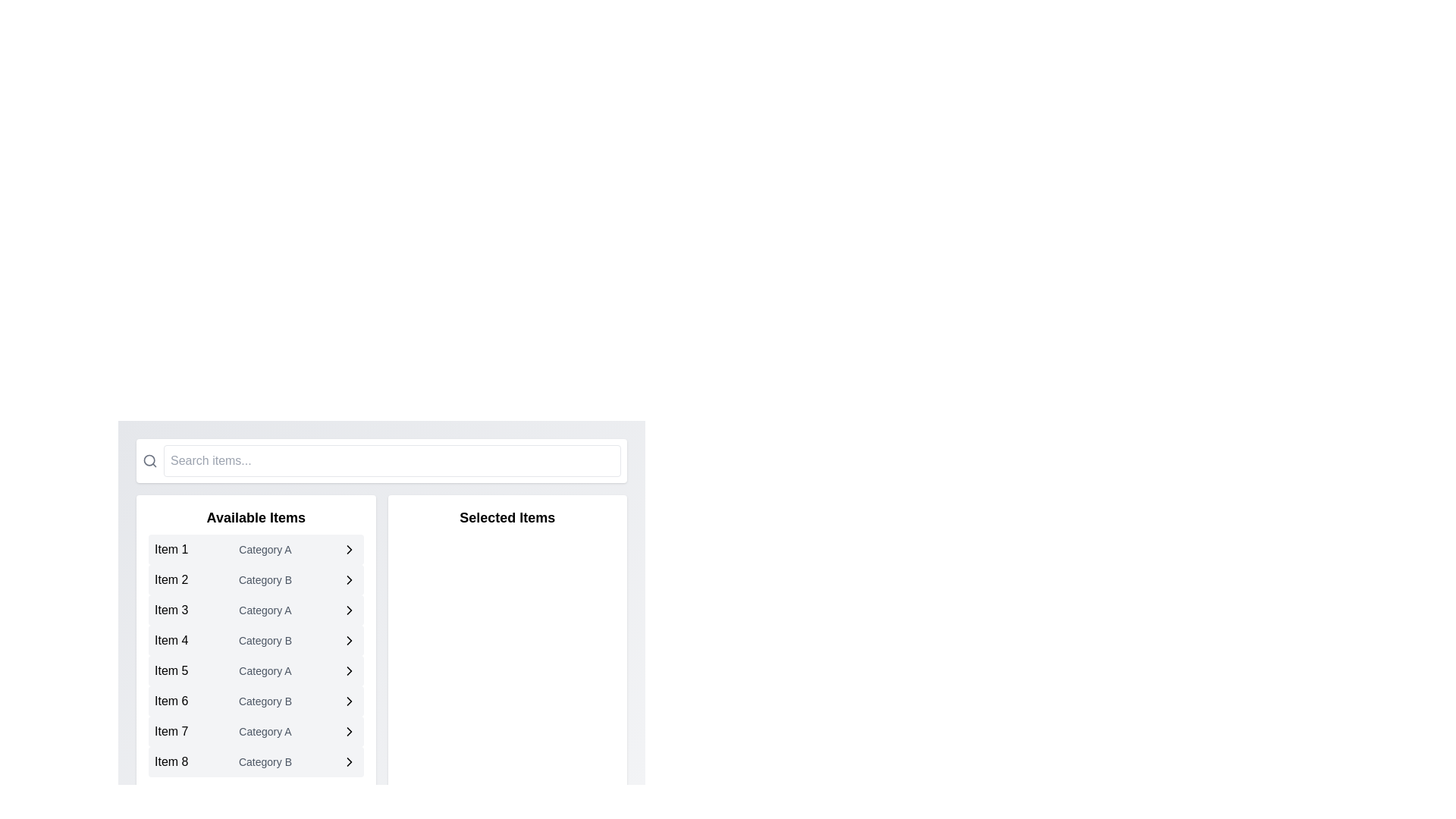 The width and height of the screenshot is (1456, 819). Describe the element at coordinates (171, 640) in the screenshot. I see `the elements in the row labeled 'Item 4' under 'Available Items', which includes the text label serving as a descriptor for the item` at that location.